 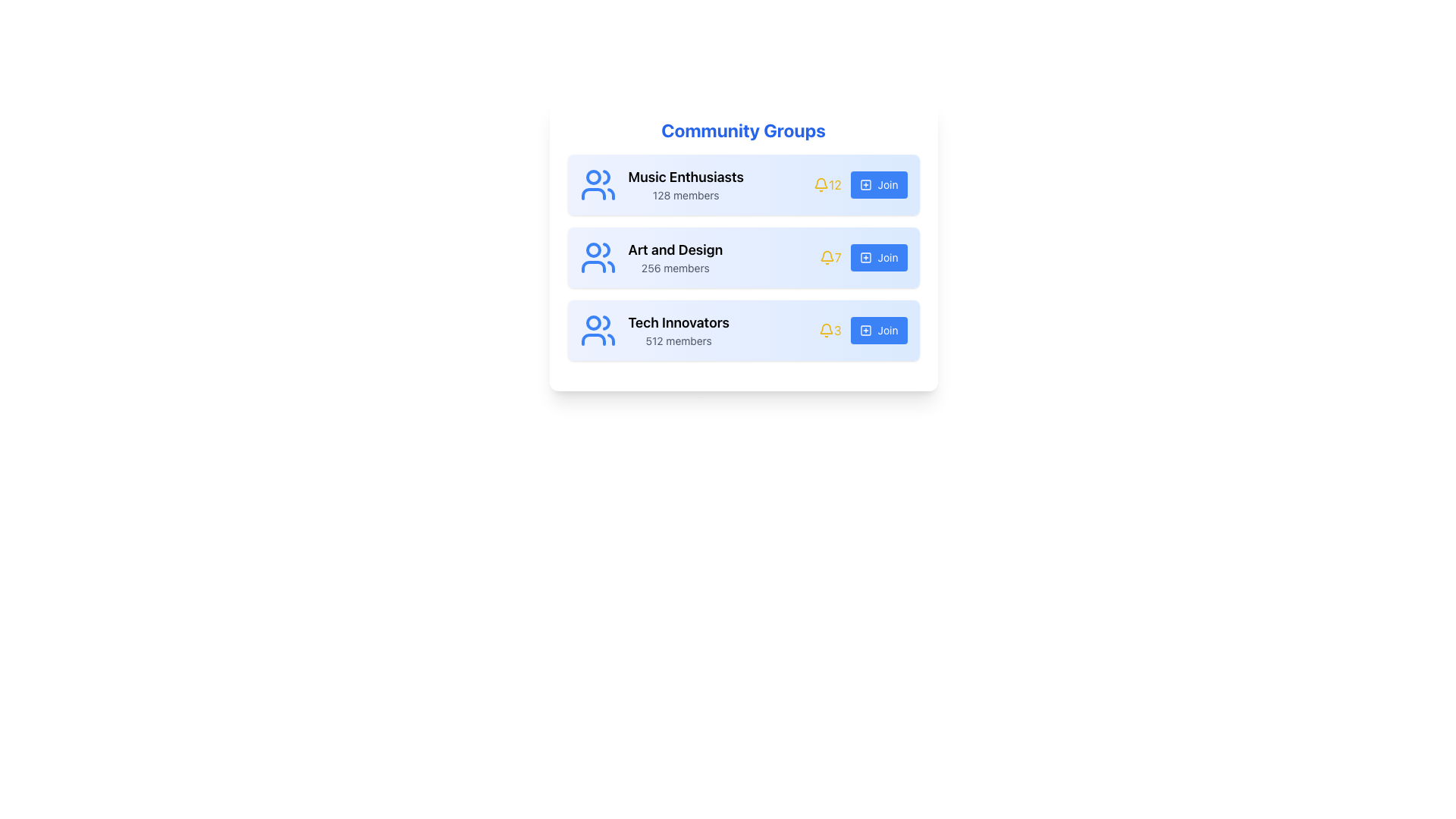 I want to click on the 'Join' button, which is a blue rectangular-rounded button with white text and a '+' icon, located, so click(x=878, y=329).